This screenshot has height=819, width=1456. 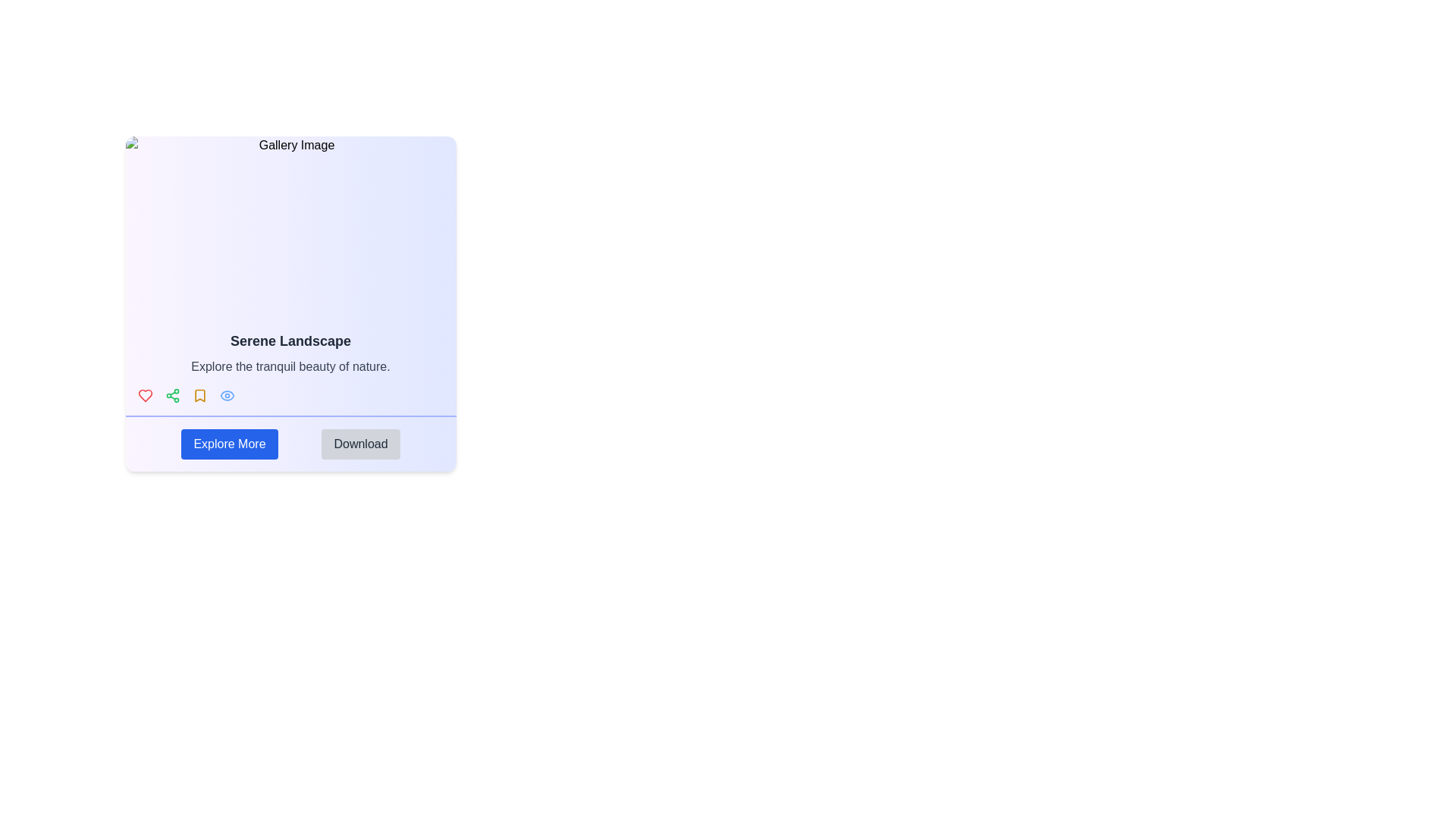 What do you see at coordinates (145, 394) in the screenshot?
I see `the heart-shaped icon outlined in red, located below the text 'Serene Landscape'` at bounding box center [145, 394].